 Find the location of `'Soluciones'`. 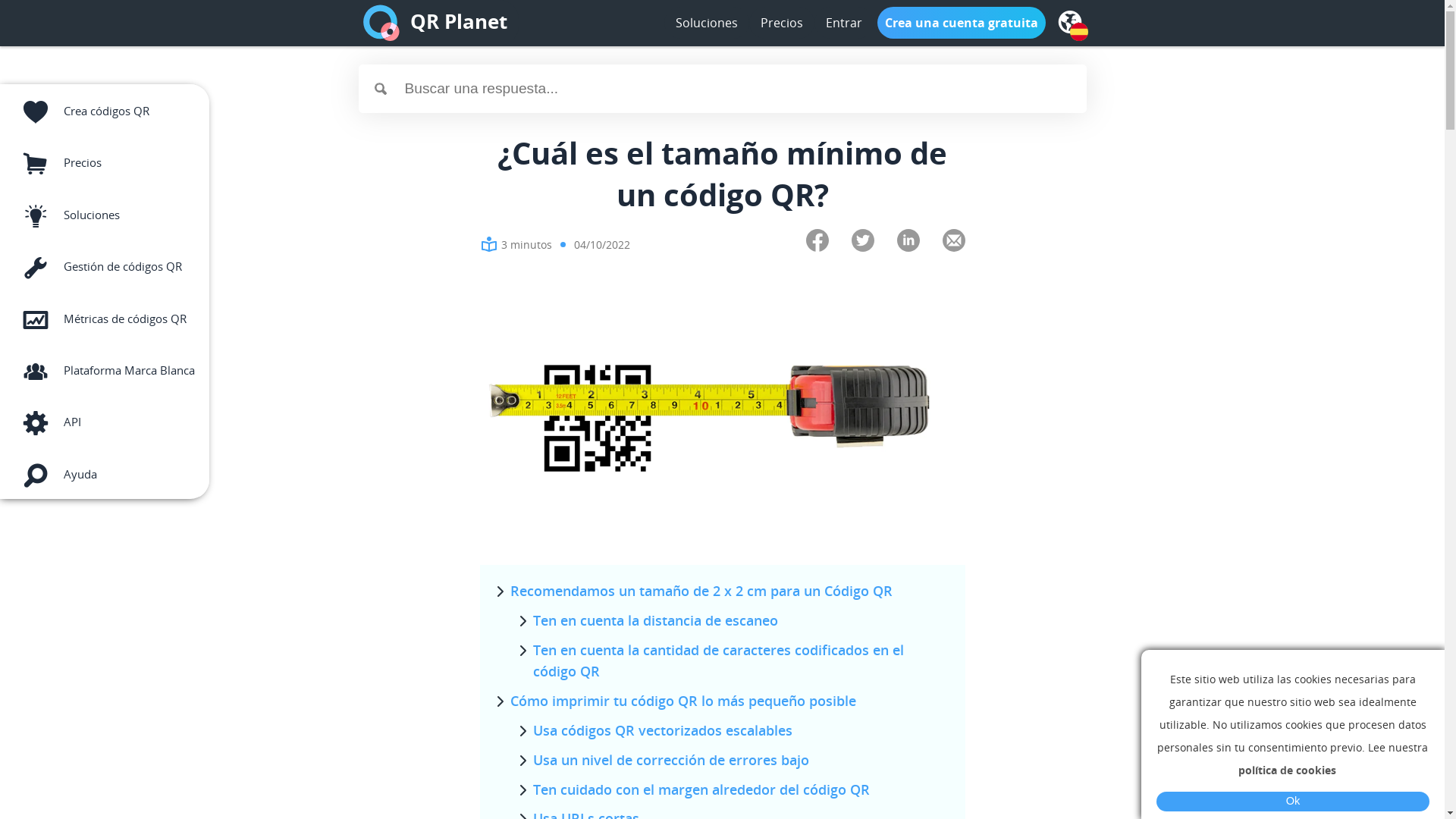

'Soluciones' is located at coordinates (705, 23).